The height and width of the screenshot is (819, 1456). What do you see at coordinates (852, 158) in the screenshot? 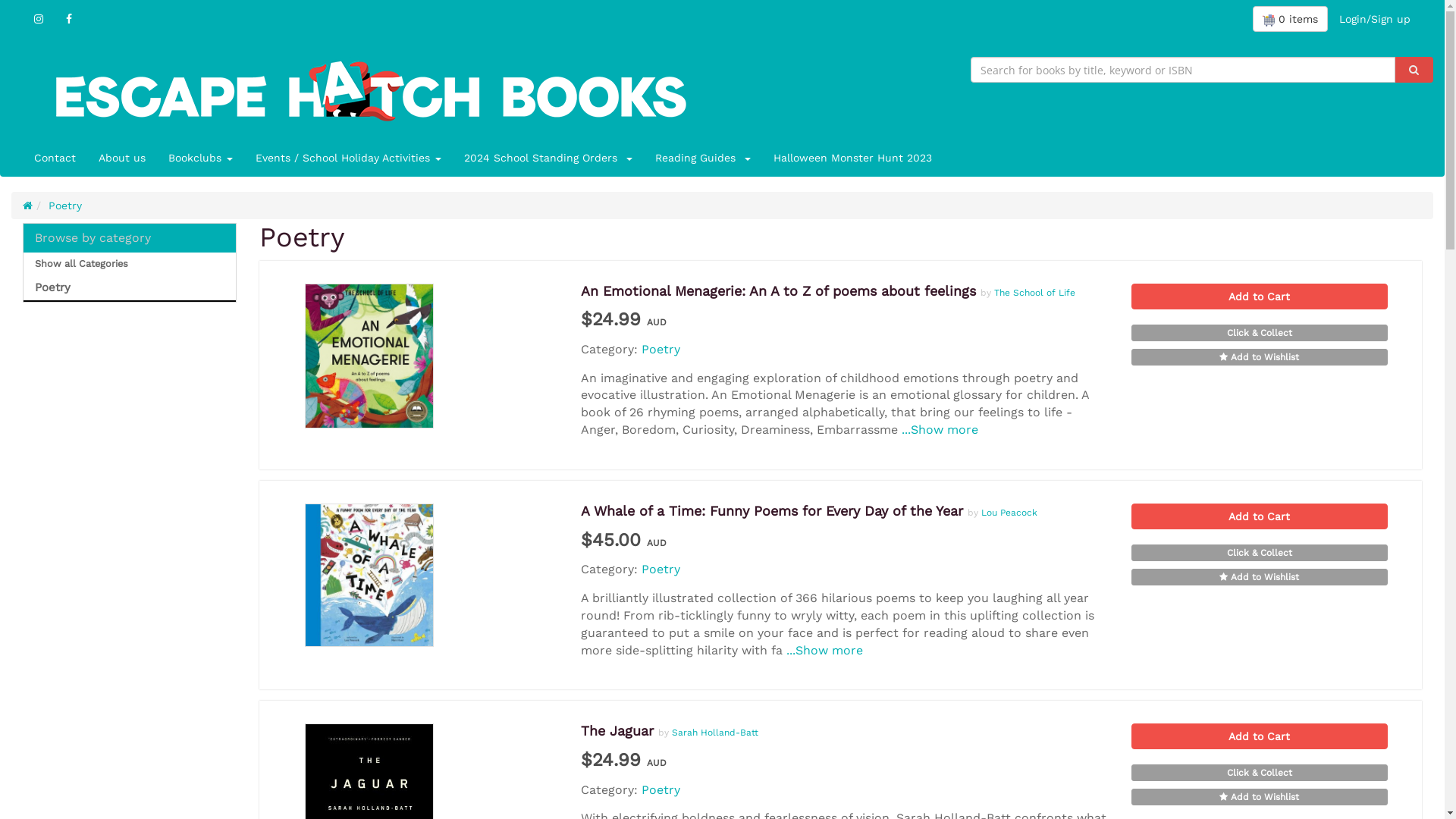
I see `'Halloween Monster Hunt 2023'` at bounding box center [852, 158].